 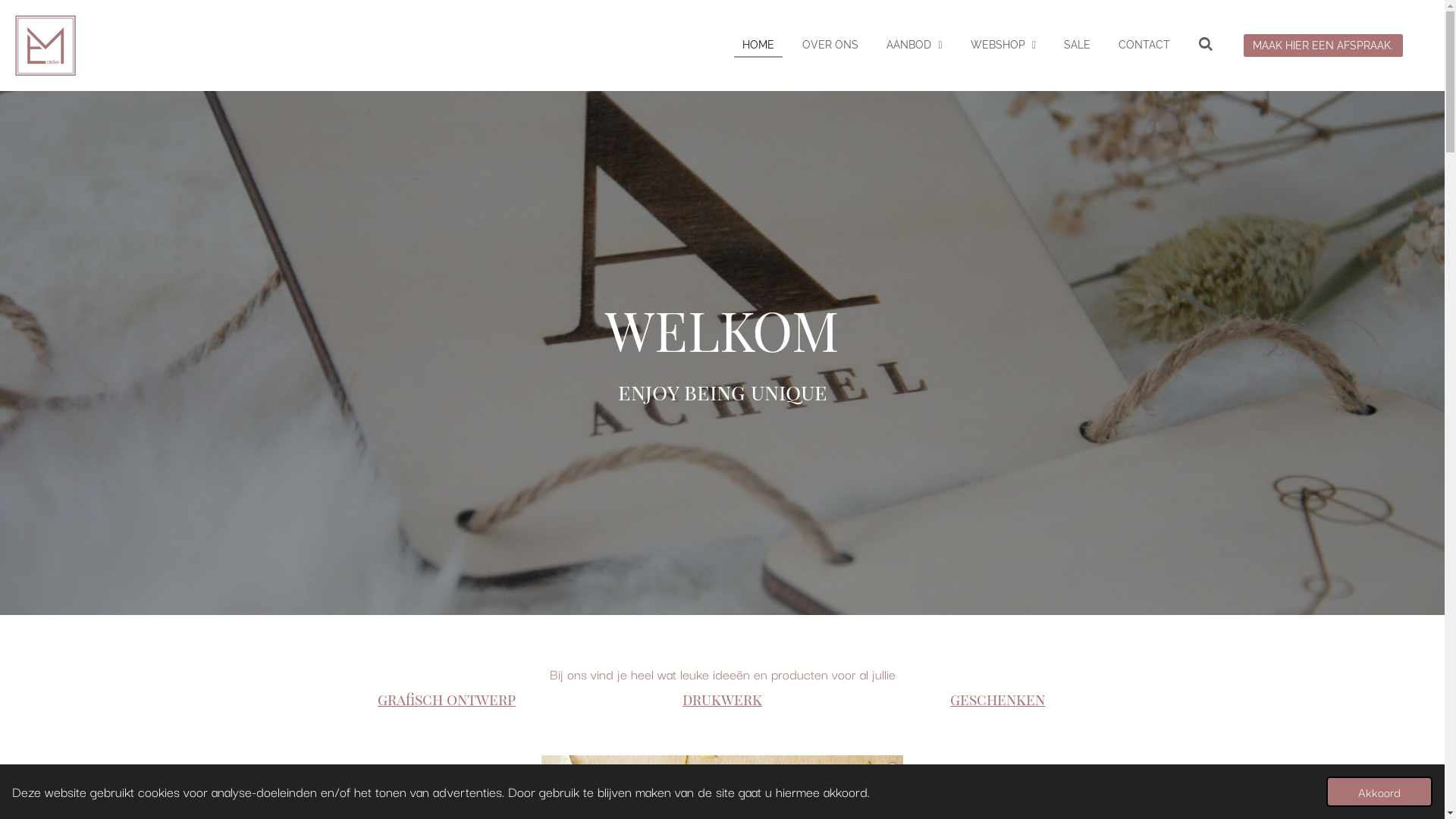 What do you see at coordinates (721, 698) in the screenshot?
I see `'drukwerk'` at bounding box center [721, 698].